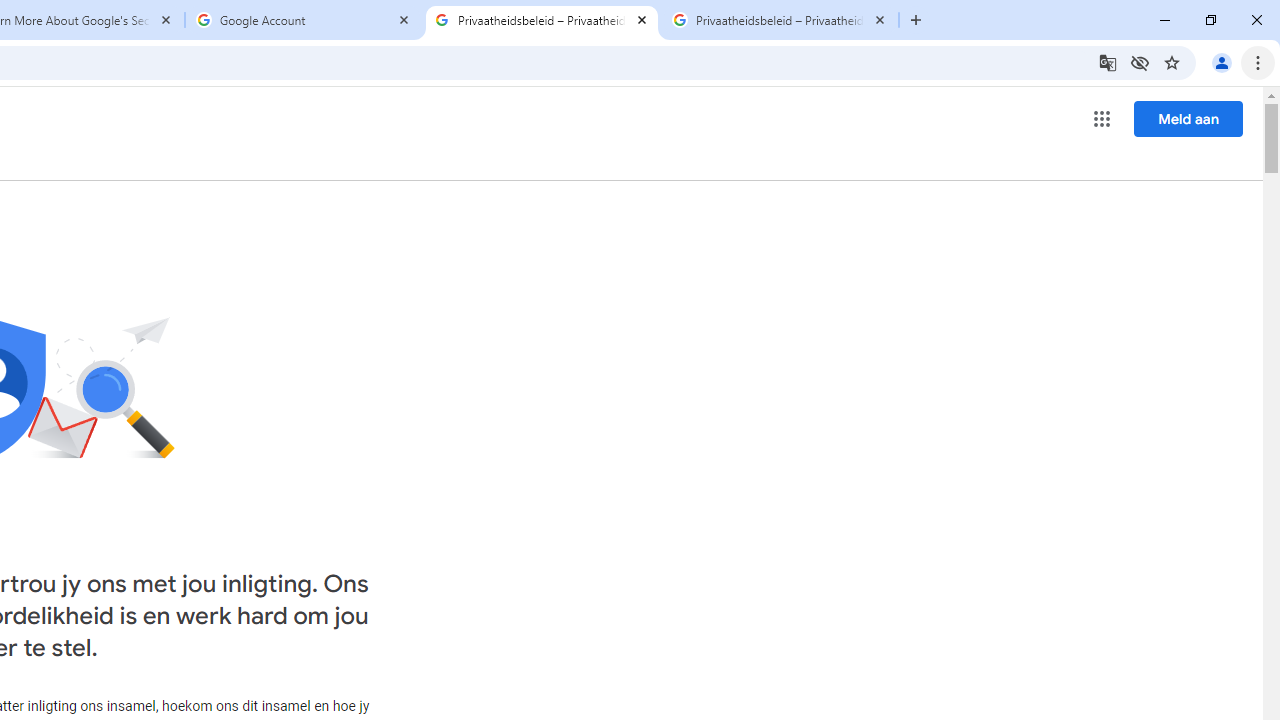  I want to click on 'Google-programme', so click(1101, 119).